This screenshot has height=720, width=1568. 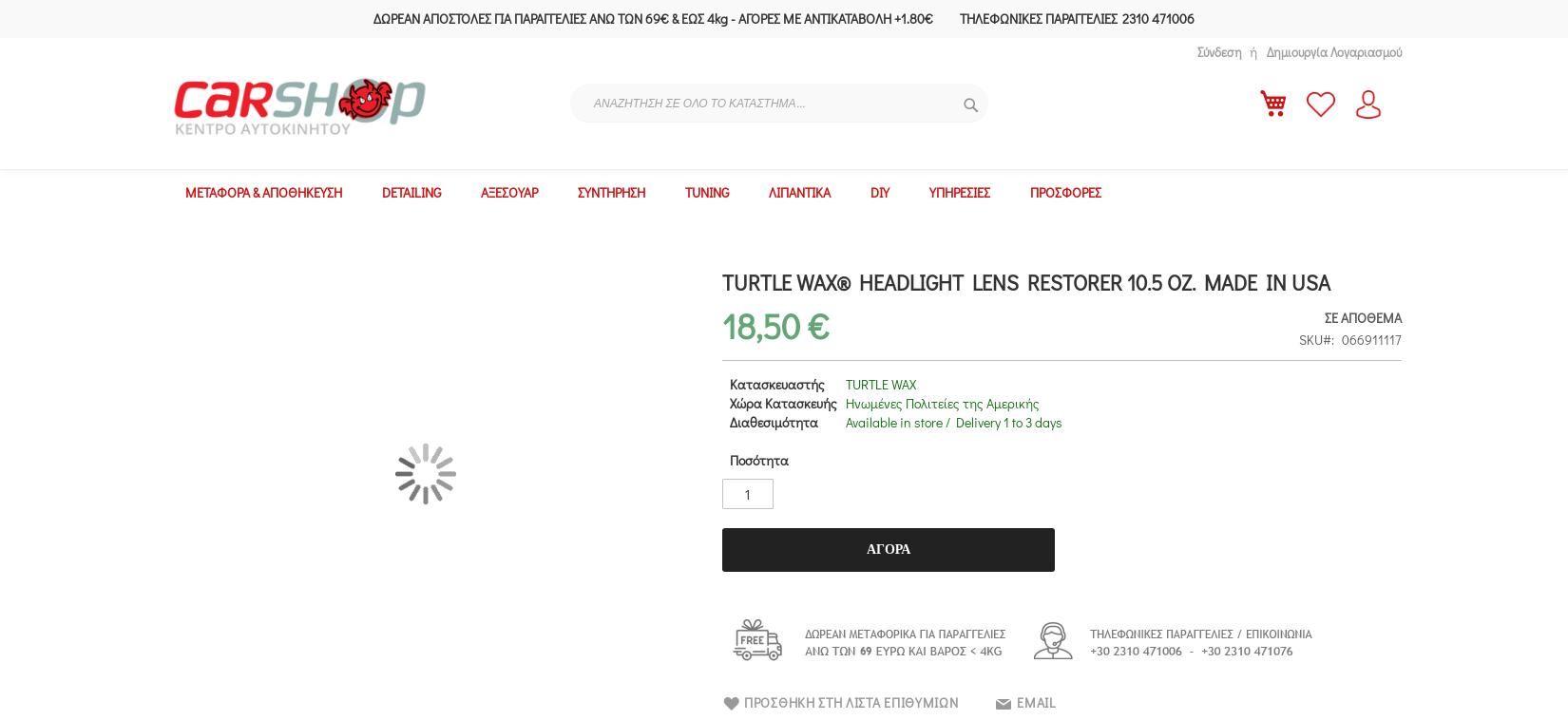 What do you see at coordinates (879, 383) in the screenshot?
I see `'TURTLE WAX'` at bounding box center [879, 383].